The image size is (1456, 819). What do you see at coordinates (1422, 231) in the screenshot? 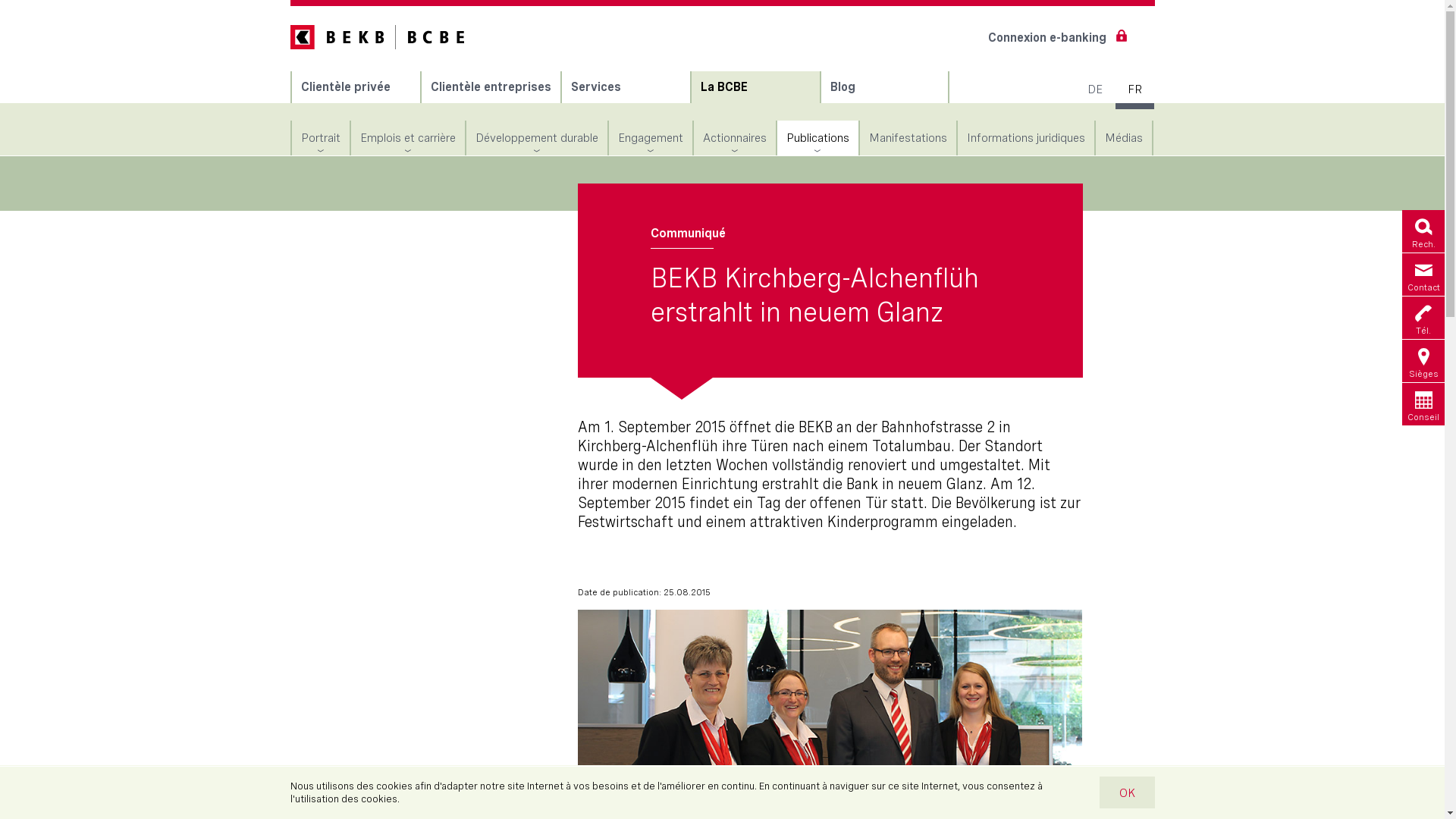
I see `'Rech.'` at bounding box center [1422, 231].